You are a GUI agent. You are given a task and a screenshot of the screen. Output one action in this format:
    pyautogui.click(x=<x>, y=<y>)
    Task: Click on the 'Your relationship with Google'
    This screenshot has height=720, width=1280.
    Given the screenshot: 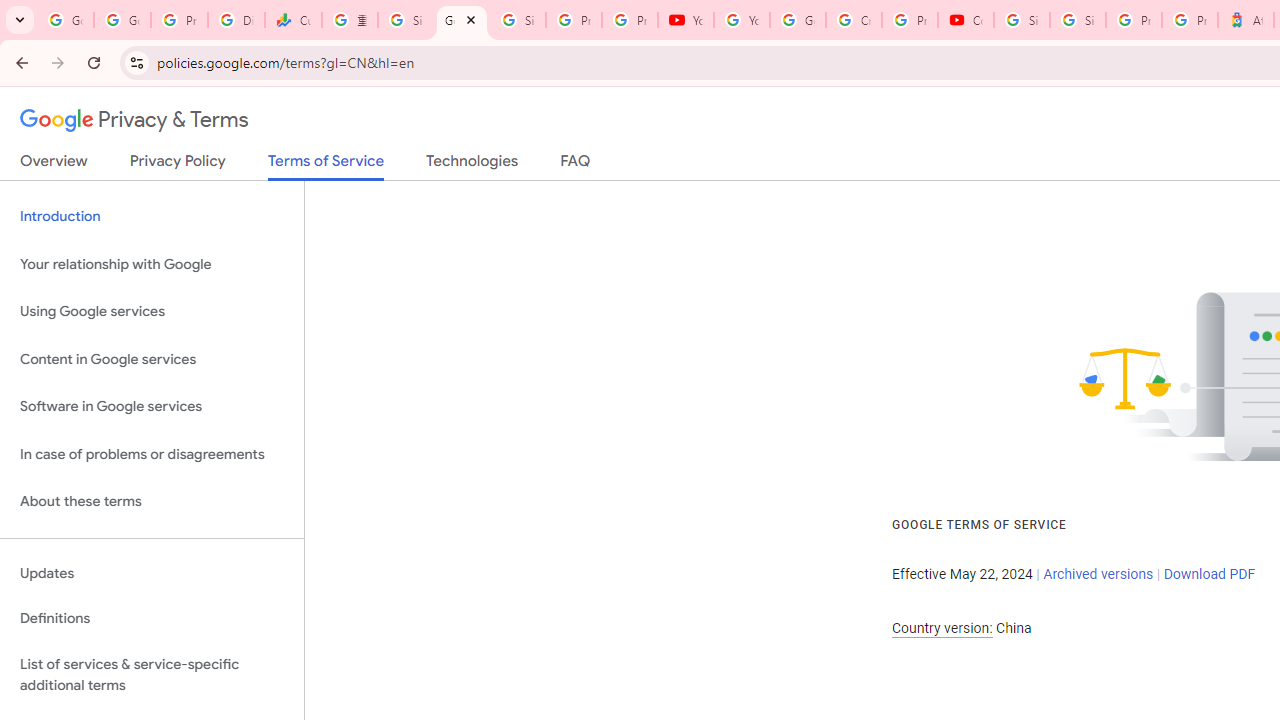 What is the action you would take?
    pyautogui.click(x=151, y=263)
    